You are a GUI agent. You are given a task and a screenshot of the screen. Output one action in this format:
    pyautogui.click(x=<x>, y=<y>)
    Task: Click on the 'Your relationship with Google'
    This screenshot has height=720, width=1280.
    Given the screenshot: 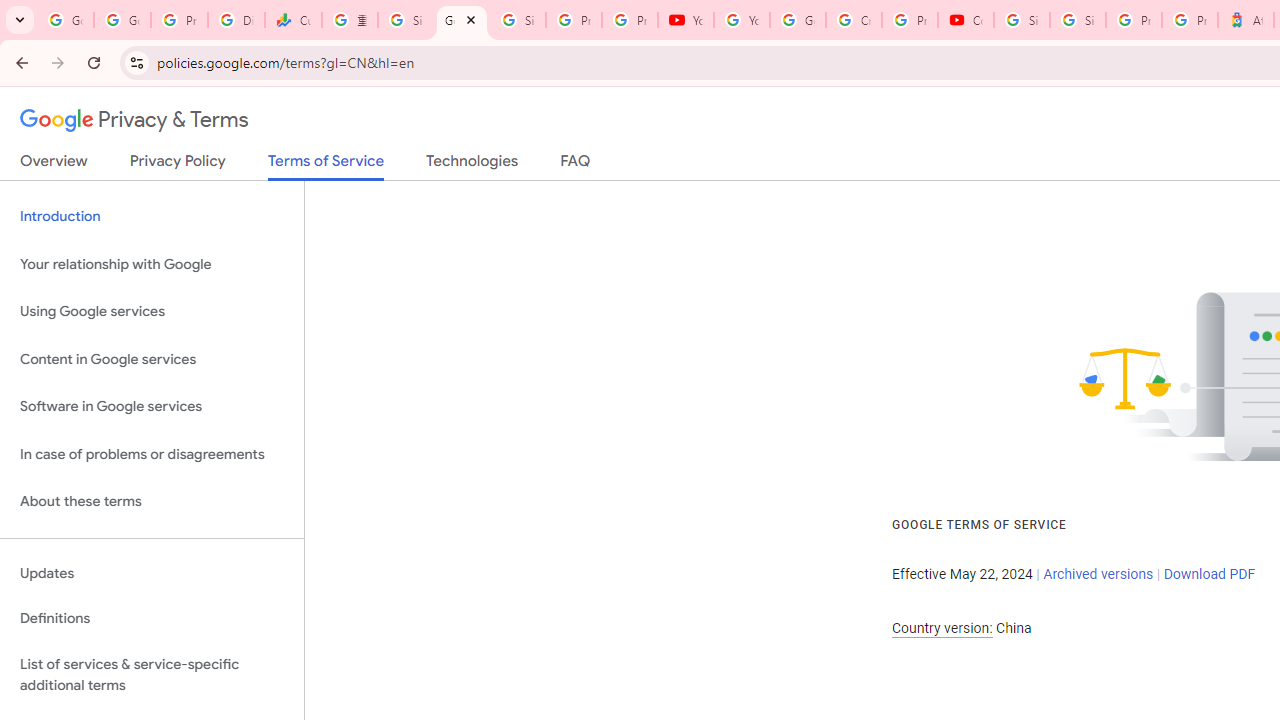 What is the action you would take?
    pyautogui.click(x=151, y=263)
    